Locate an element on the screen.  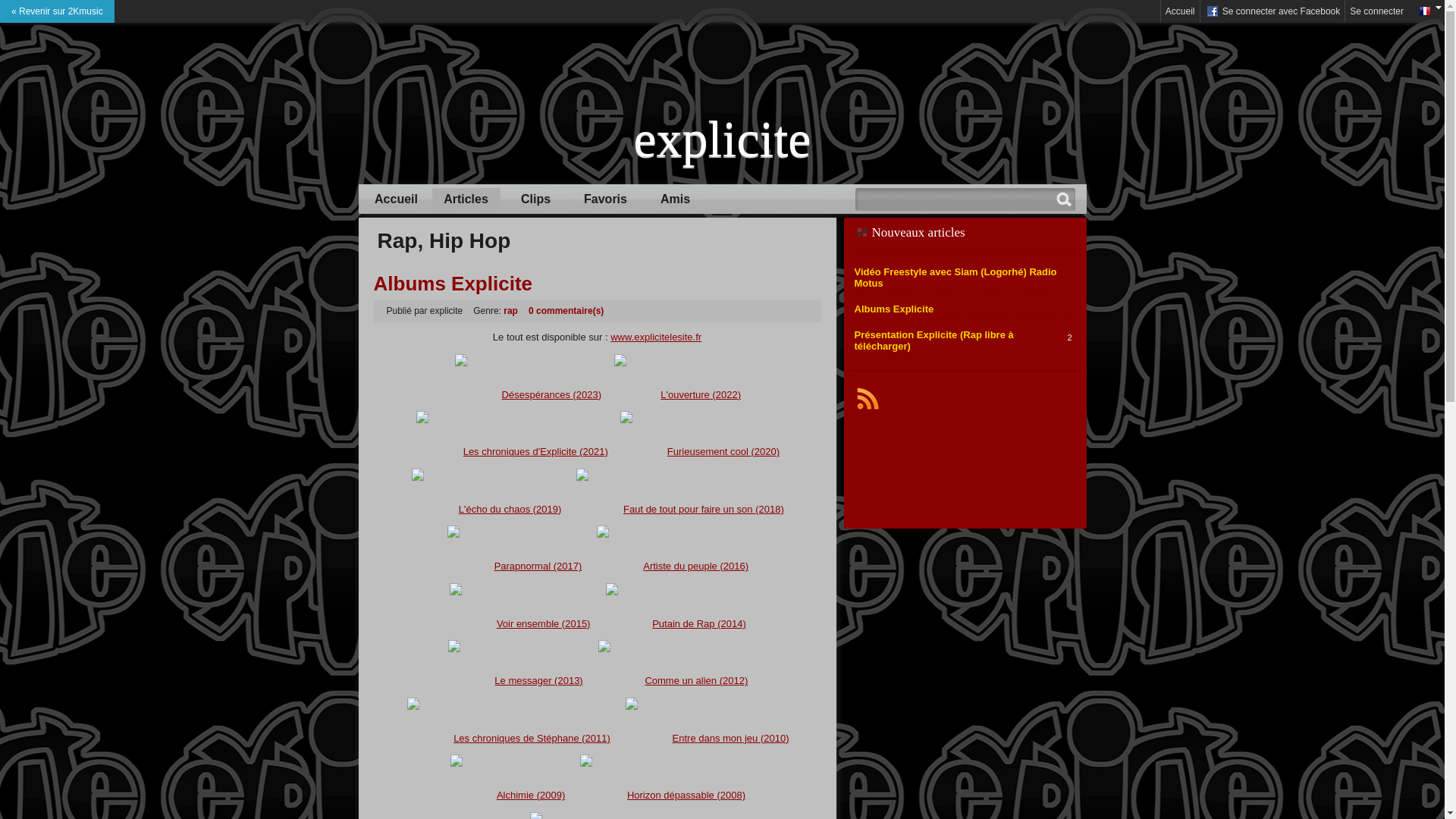
'Amis' is located at coordinates (675, 198).